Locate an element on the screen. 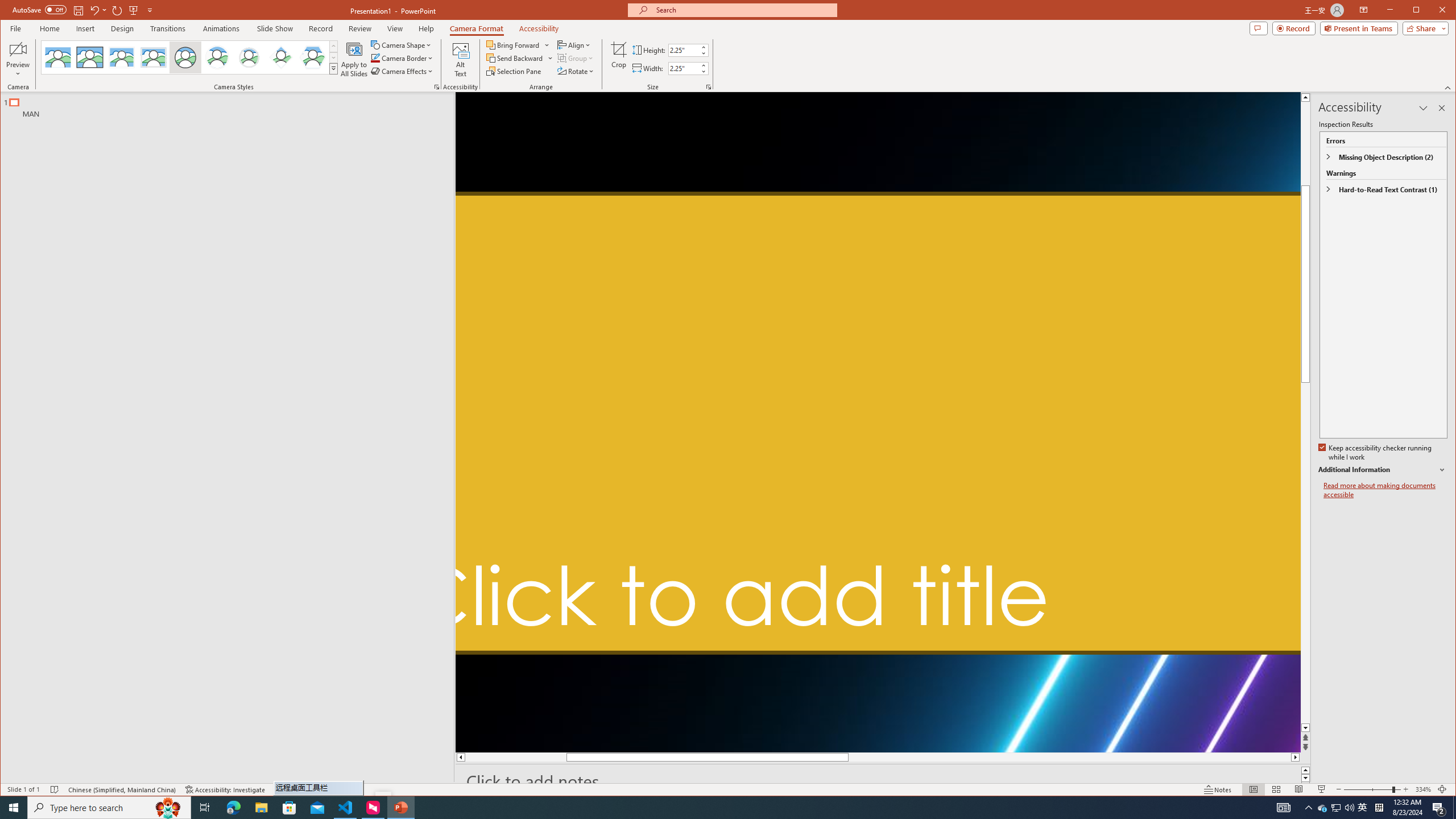 The height and width of the screenshot is (819, 1456). 'Send Backward' is located at coordinates (520, 58).